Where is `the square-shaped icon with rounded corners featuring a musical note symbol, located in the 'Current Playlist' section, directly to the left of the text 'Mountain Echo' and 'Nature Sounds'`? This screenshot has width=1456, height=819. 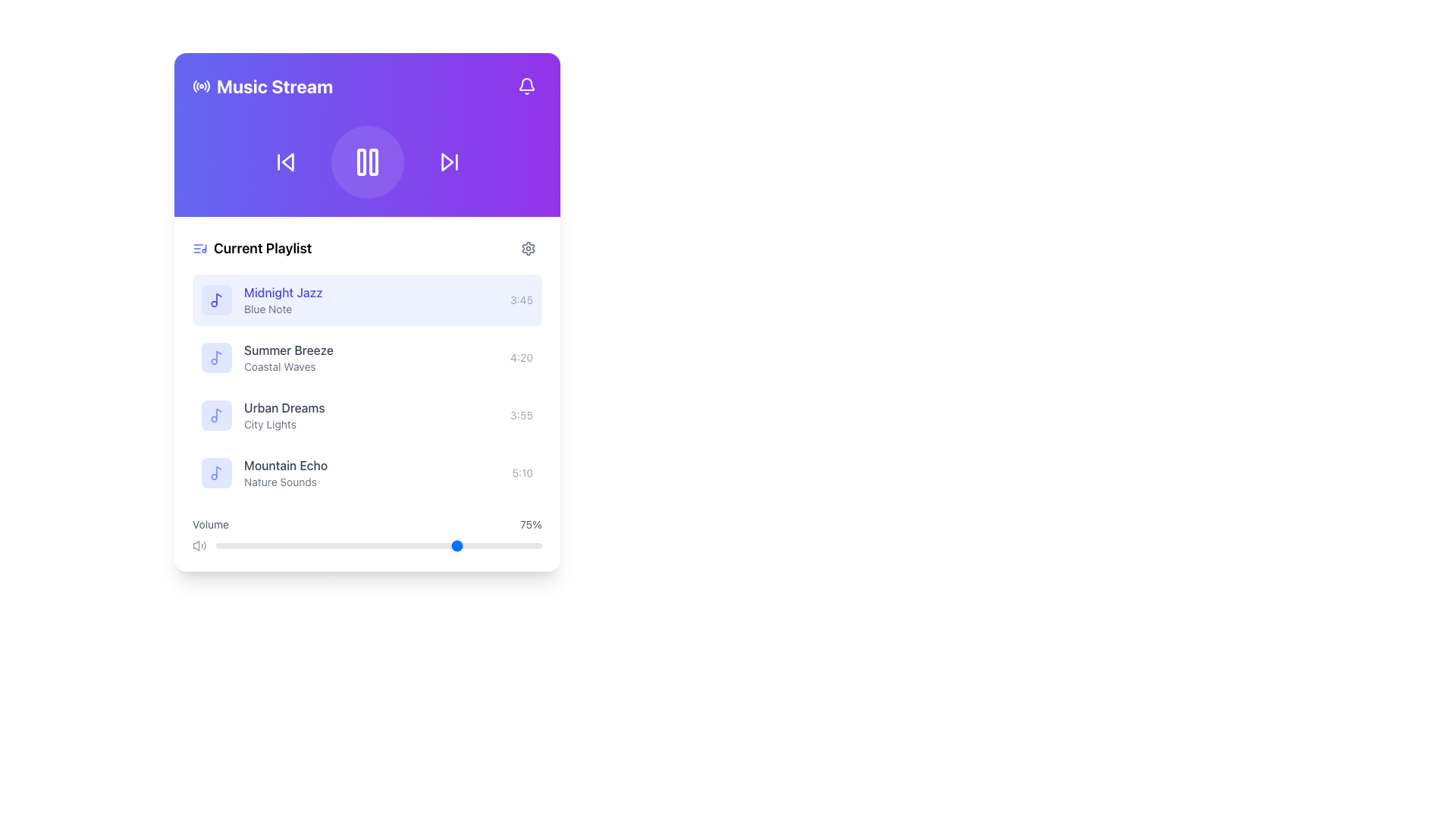
the square-shaped icon with rounded corners featuring a musical note symbol, located in the 'Current Playlist' section, directly to the left of the text 'Mountain Echo' and 'Nature Sounds' is located at coordinates (216, 472).